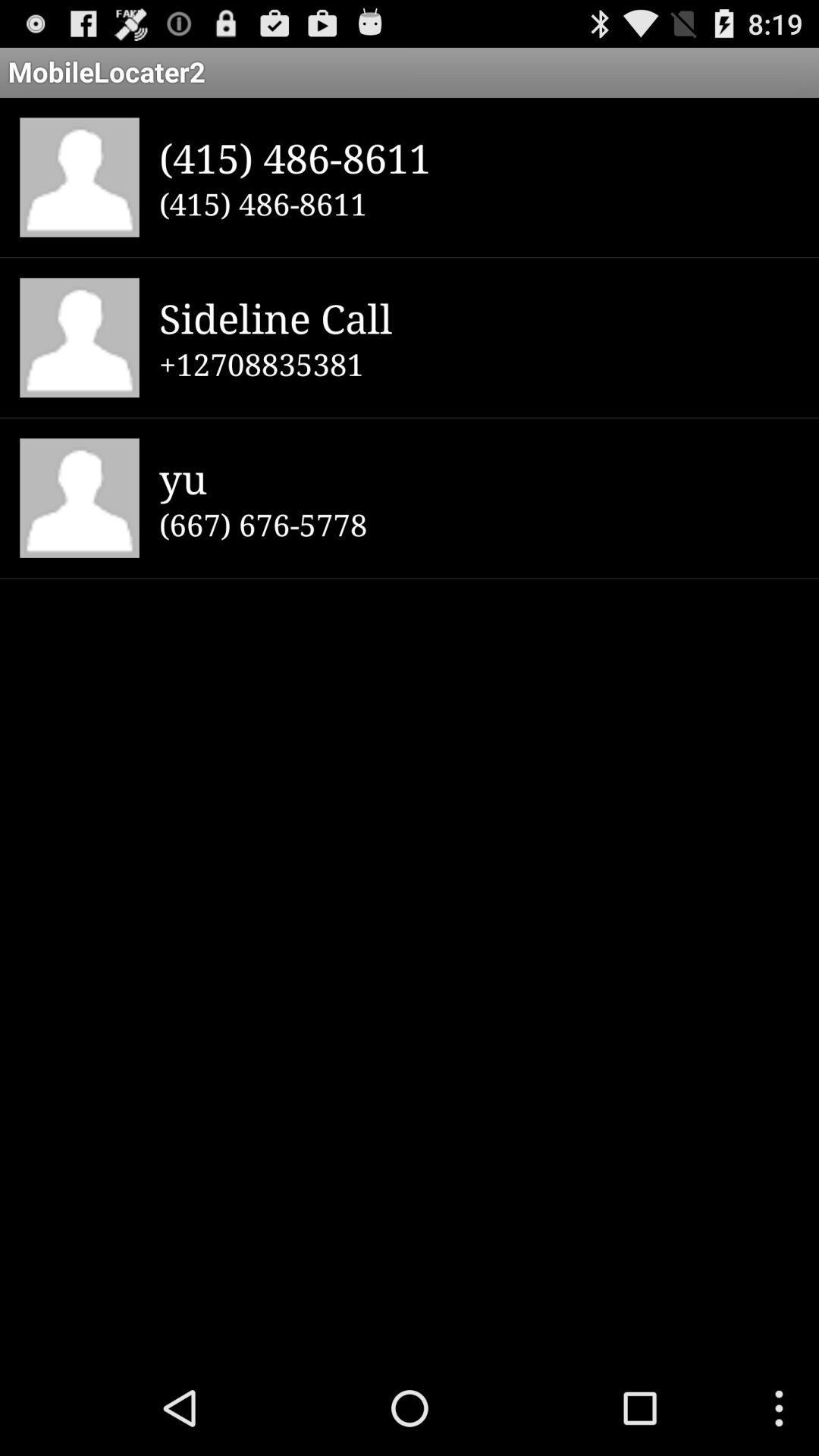 This screenshot has width=819, height=1456. I want to click on the +12708835381 icon, so click(479, 364).